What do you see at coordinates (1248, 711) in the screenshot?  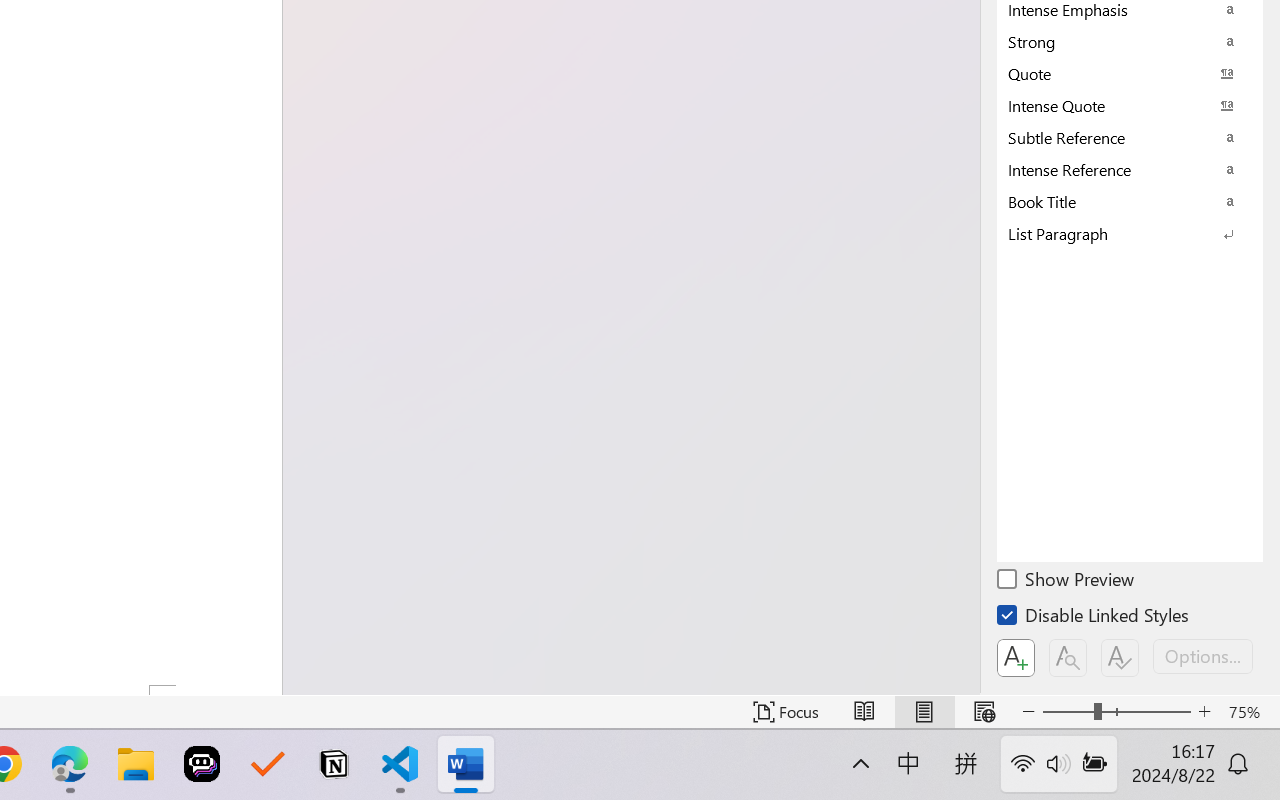 I see `'Zoom 75%'` at bounding box center [1248, 711].